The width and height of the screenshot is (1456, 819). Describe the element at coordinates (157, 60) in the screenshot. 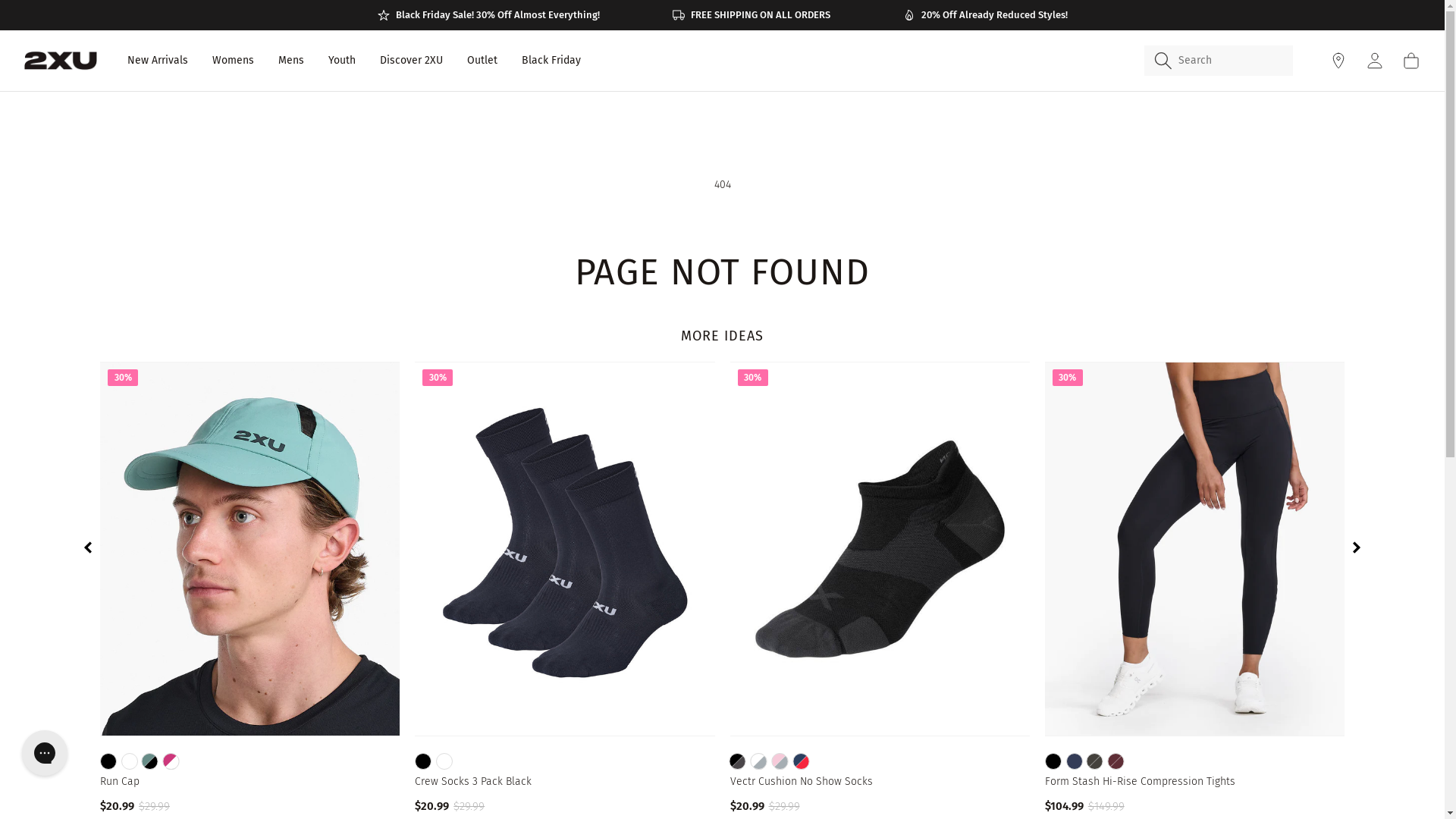

I see `'New Arrivals'` at that location.